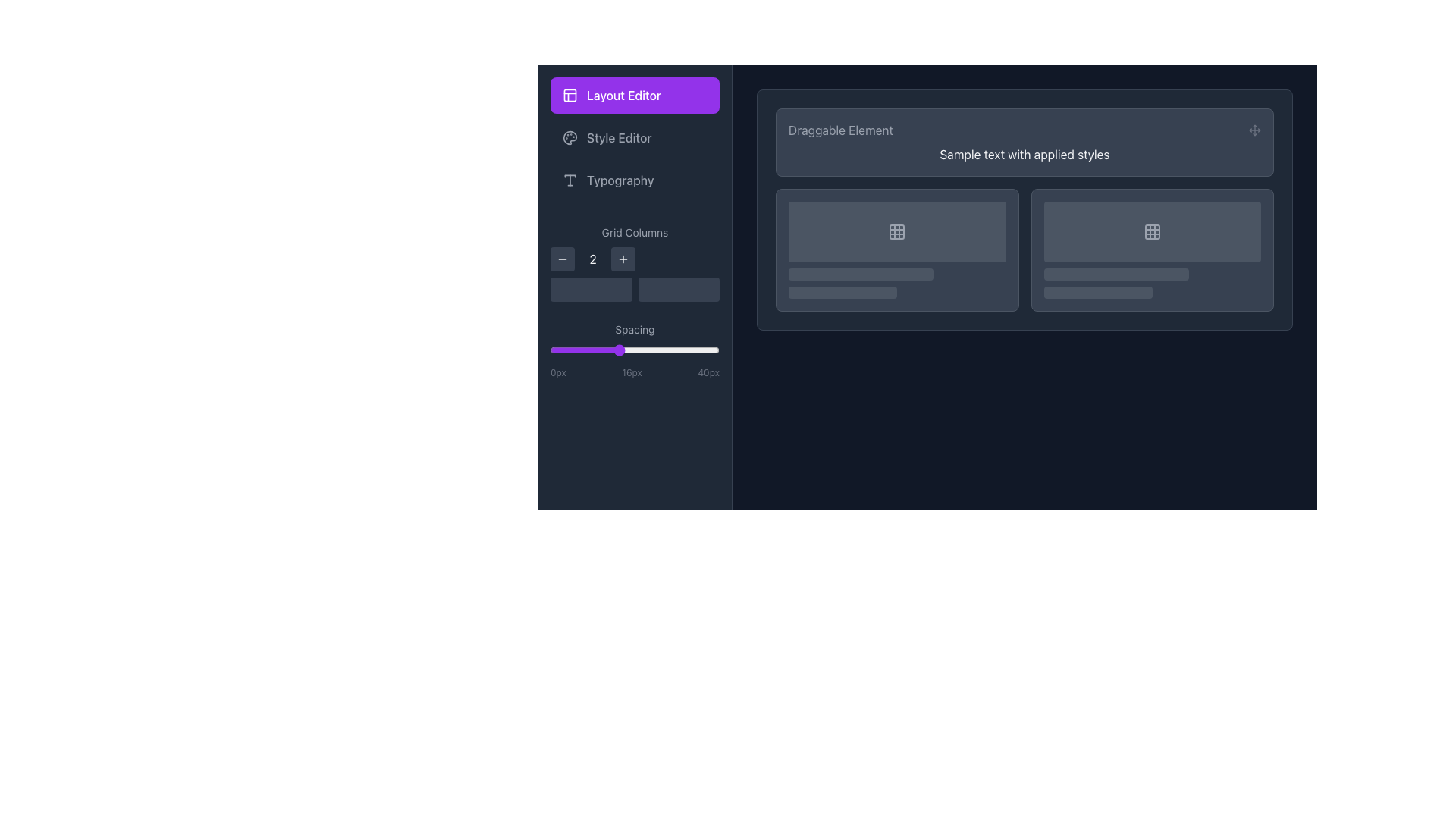 The width and height of the screenshot is (1456, 819). Describe the element at coordinates (685, 350) in the screenshot. I see `spacing` at that location.